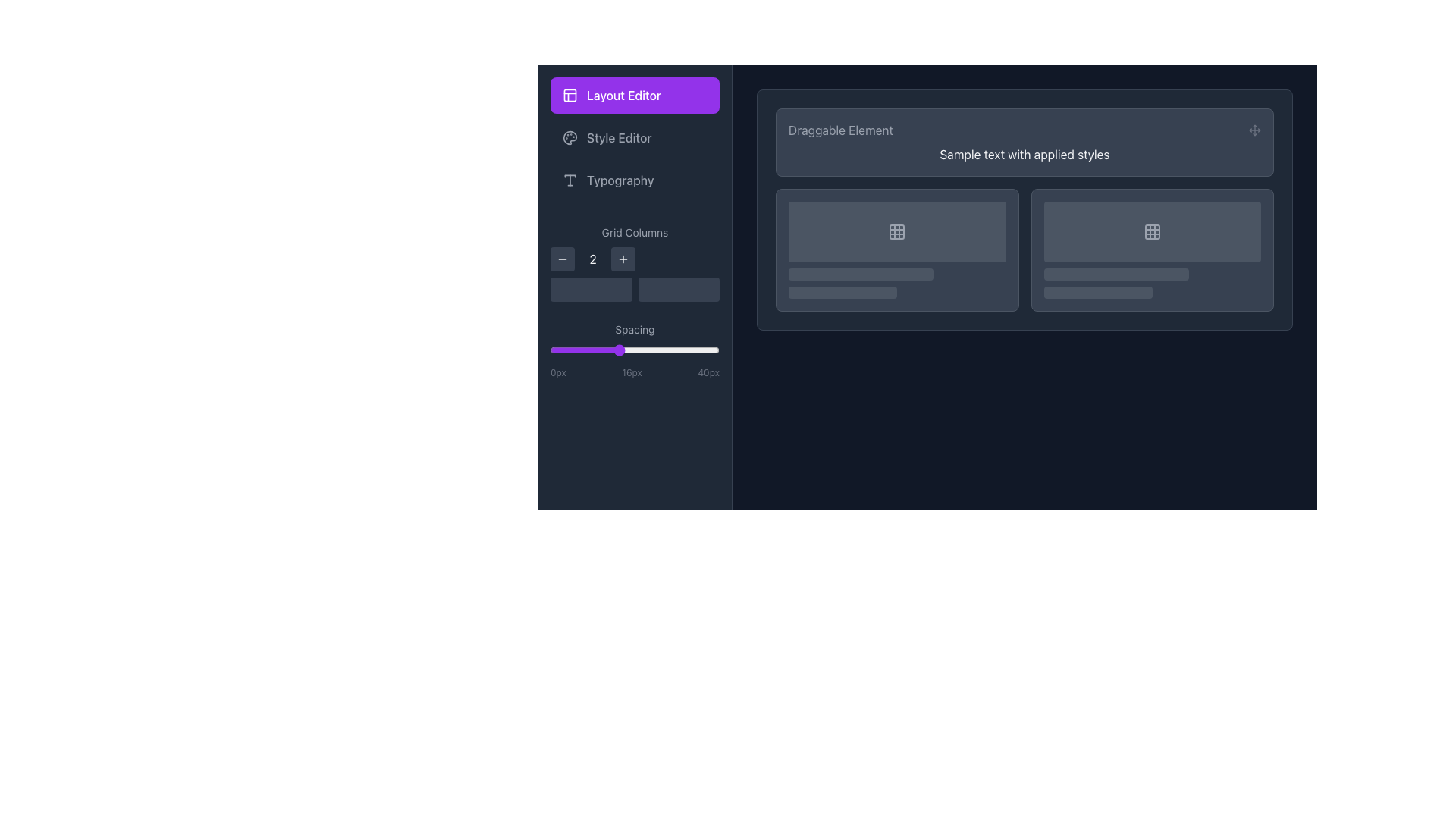 The width and height of the screenshot is (1456, 819). Describe the element at coordinates (685, 350) in the screenshot. I see `spacing` at that location.